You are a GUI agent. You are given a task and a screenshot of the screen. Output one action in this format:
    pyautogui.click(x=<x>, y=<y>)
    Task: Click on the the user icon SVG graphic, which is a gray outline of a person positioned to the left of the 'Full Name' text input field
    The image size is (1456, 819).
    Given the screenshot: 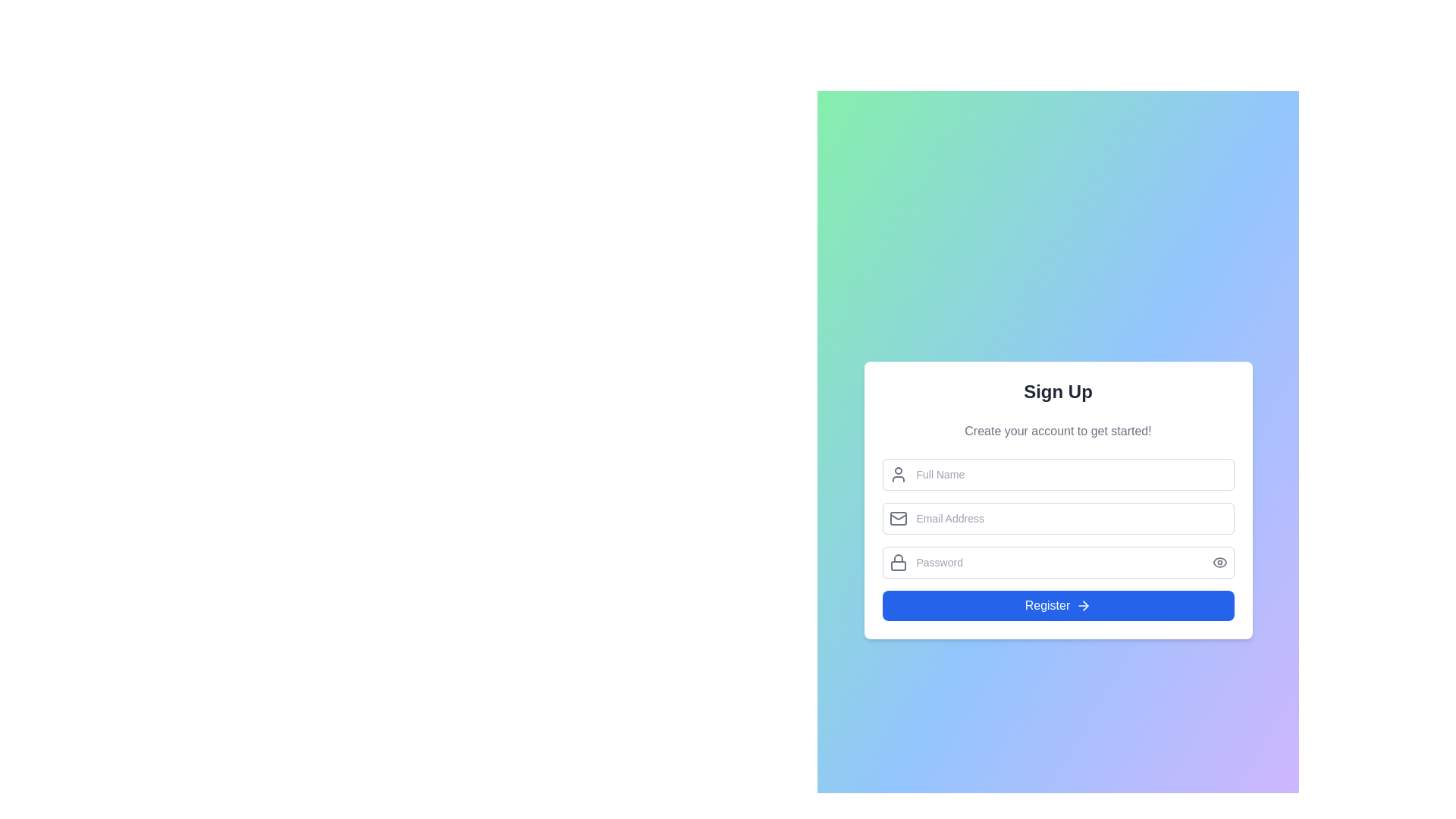 What is the action you would take?
    pyautogui.click(x=898, y=473)
    